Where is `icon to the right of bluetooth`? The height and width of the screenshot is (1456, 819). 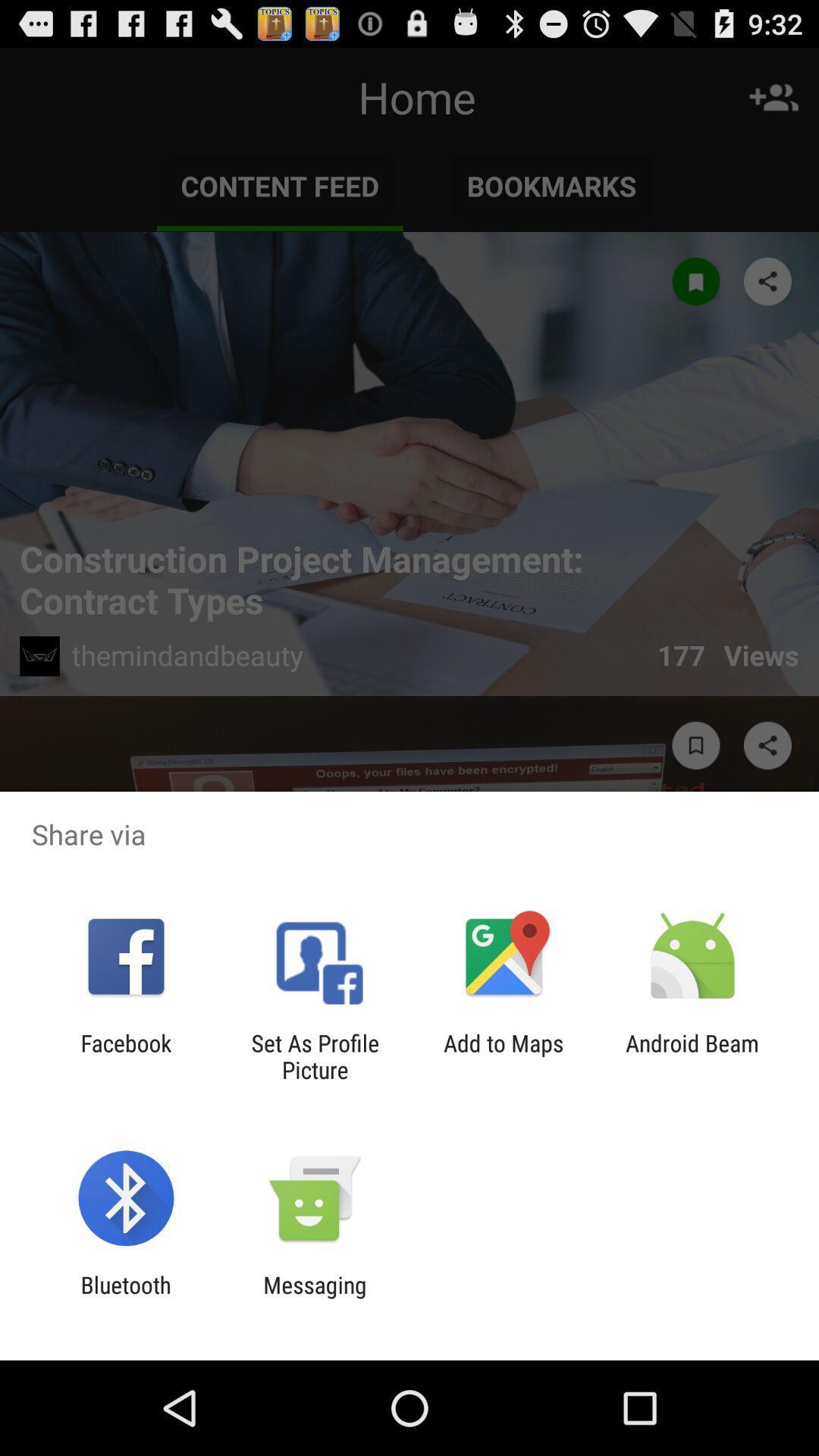 icon to the right of bluetooth is located at coordinates (314, 1298).